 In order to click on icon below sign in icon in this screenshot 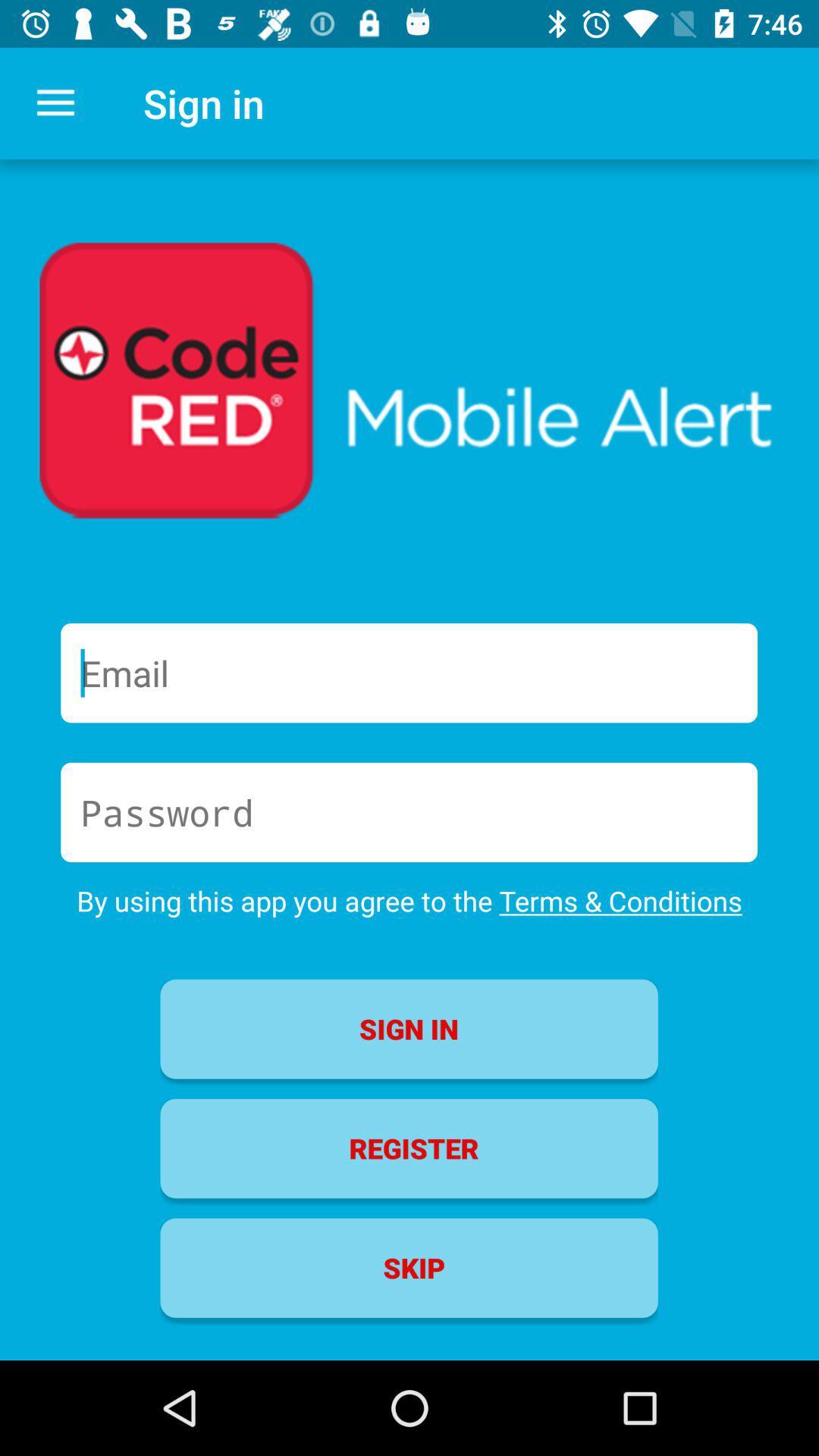, I will do `click(408, 1148)`.